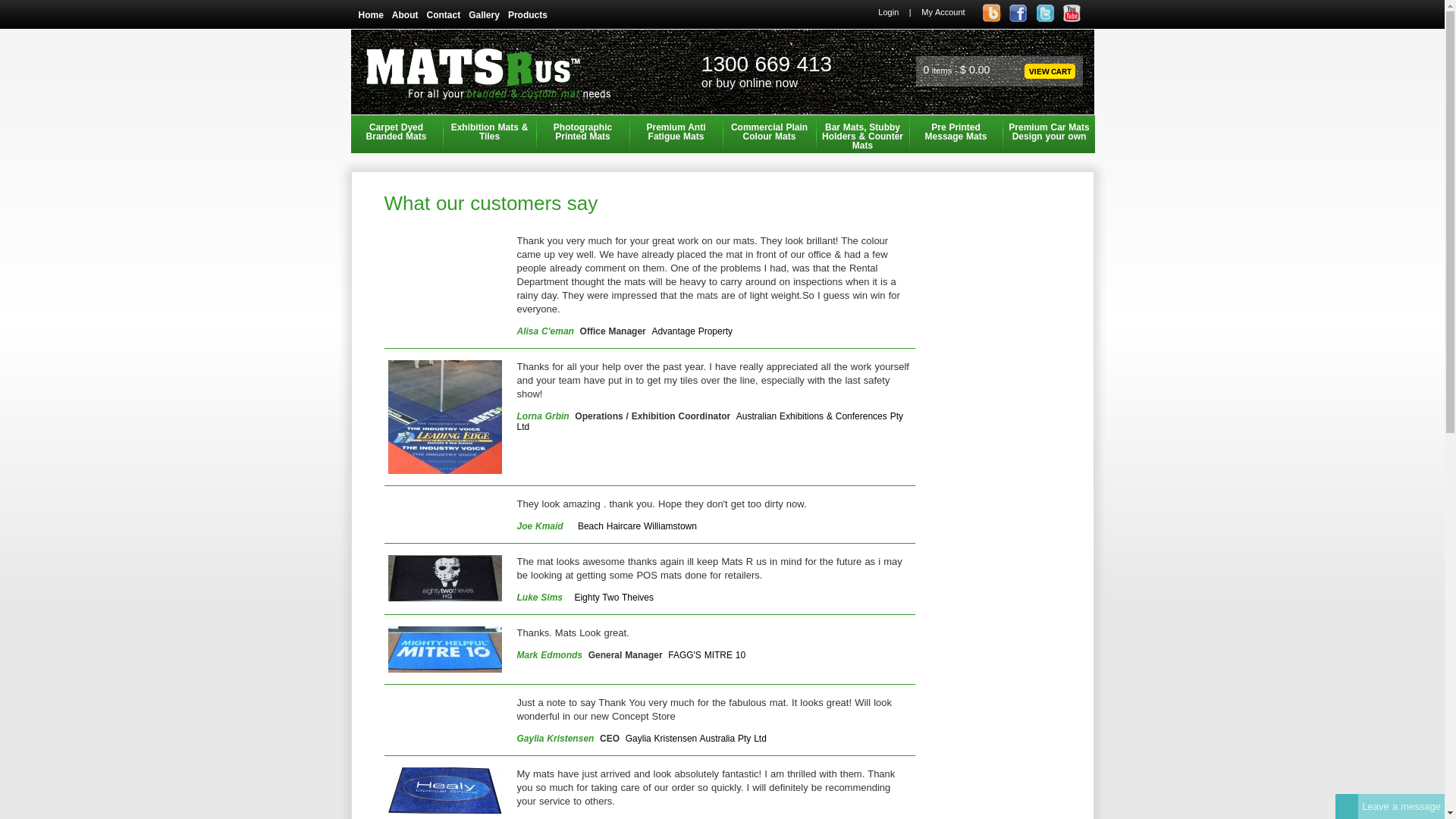  Describe the element at coordinates (862, 133) in the screenshot. I see `'Bar Mats, Stubby Holders & Counter Mats'` at that location.